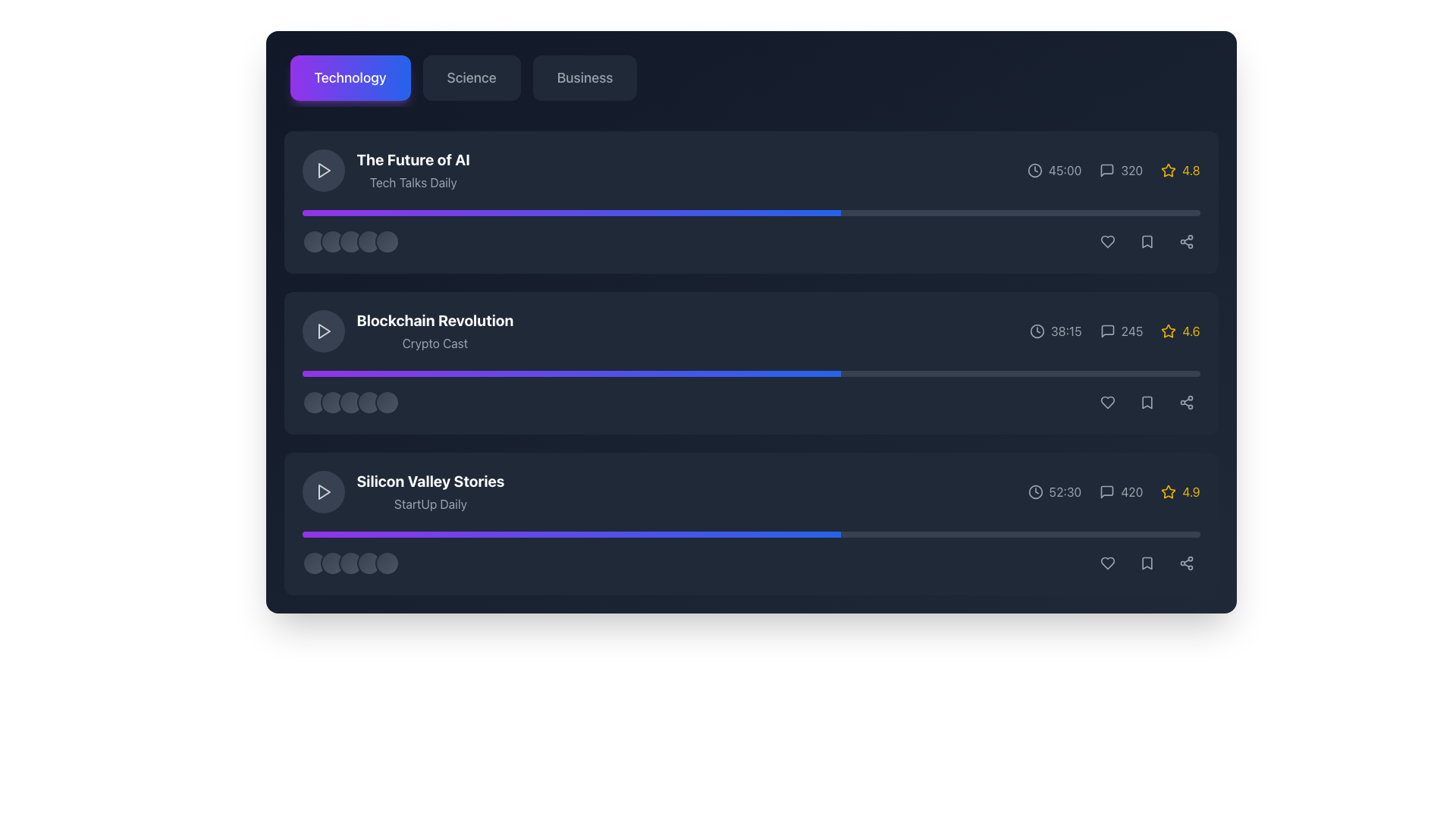  Describe the element at coordinates (1121, 330) in the screenshot. I see `the comment/message count icon-label pair located to the right of the timing display '38:15' and before the yellow star icon with the text '4.6'` at that location.